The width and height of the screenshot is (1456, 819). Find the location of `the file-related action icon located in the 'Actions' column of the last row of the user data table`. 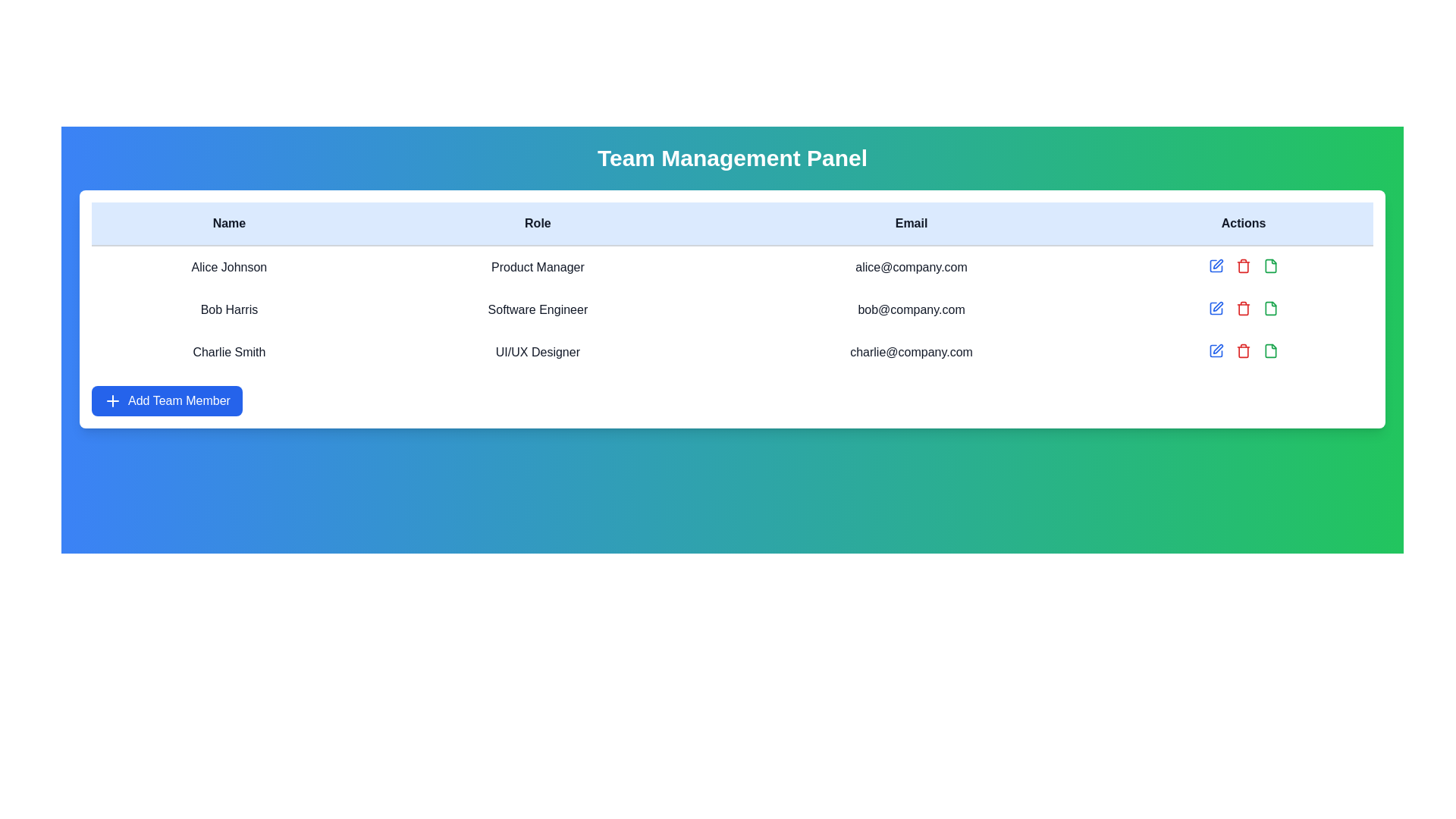

the file-related action icon located in the 'Actions' column of the last row of the user data table is located at coordinates (1270, 265).